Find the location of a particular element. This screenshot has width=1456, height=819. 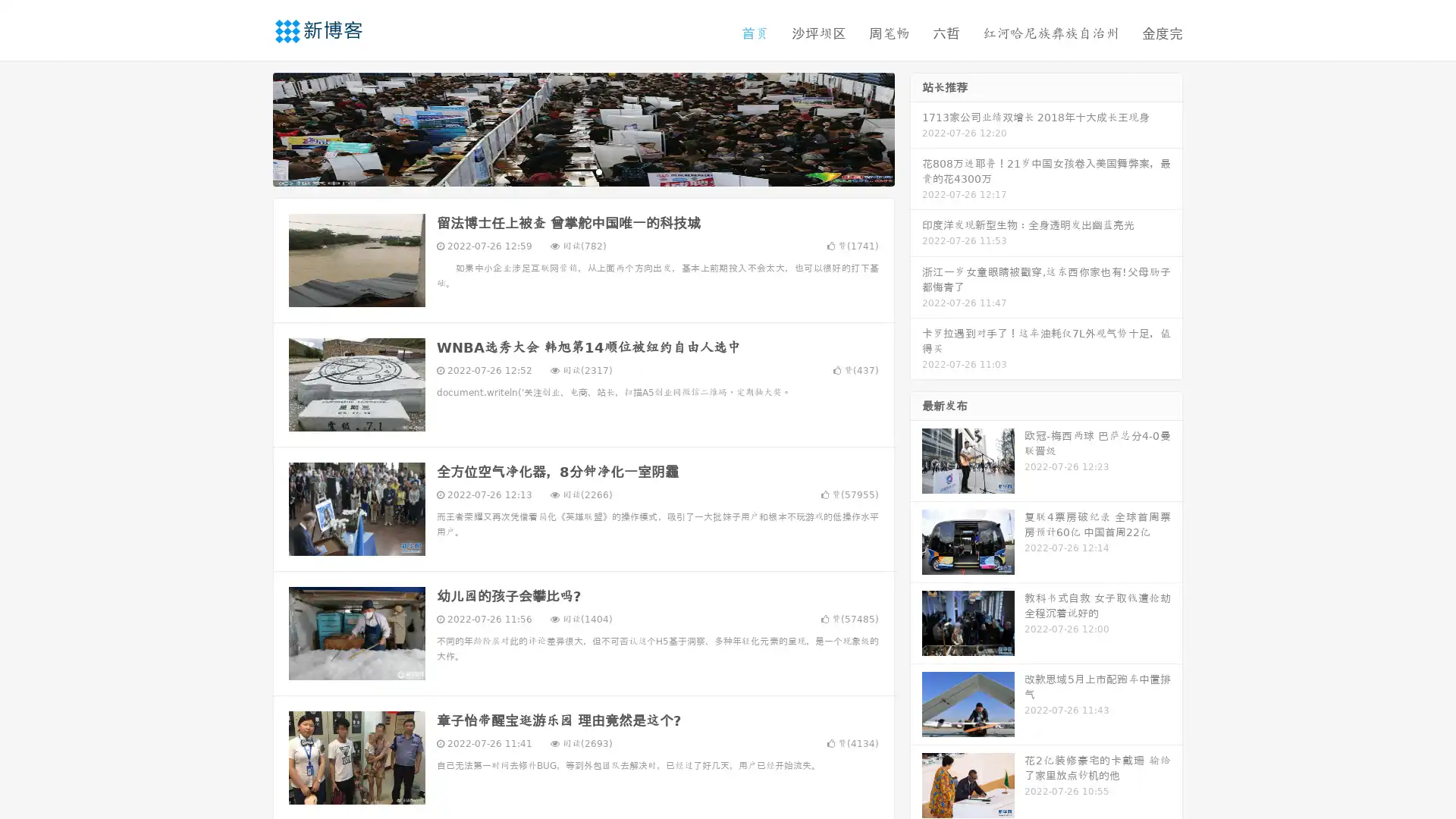

Go to slide 1 is located at coordinates (567, 171).